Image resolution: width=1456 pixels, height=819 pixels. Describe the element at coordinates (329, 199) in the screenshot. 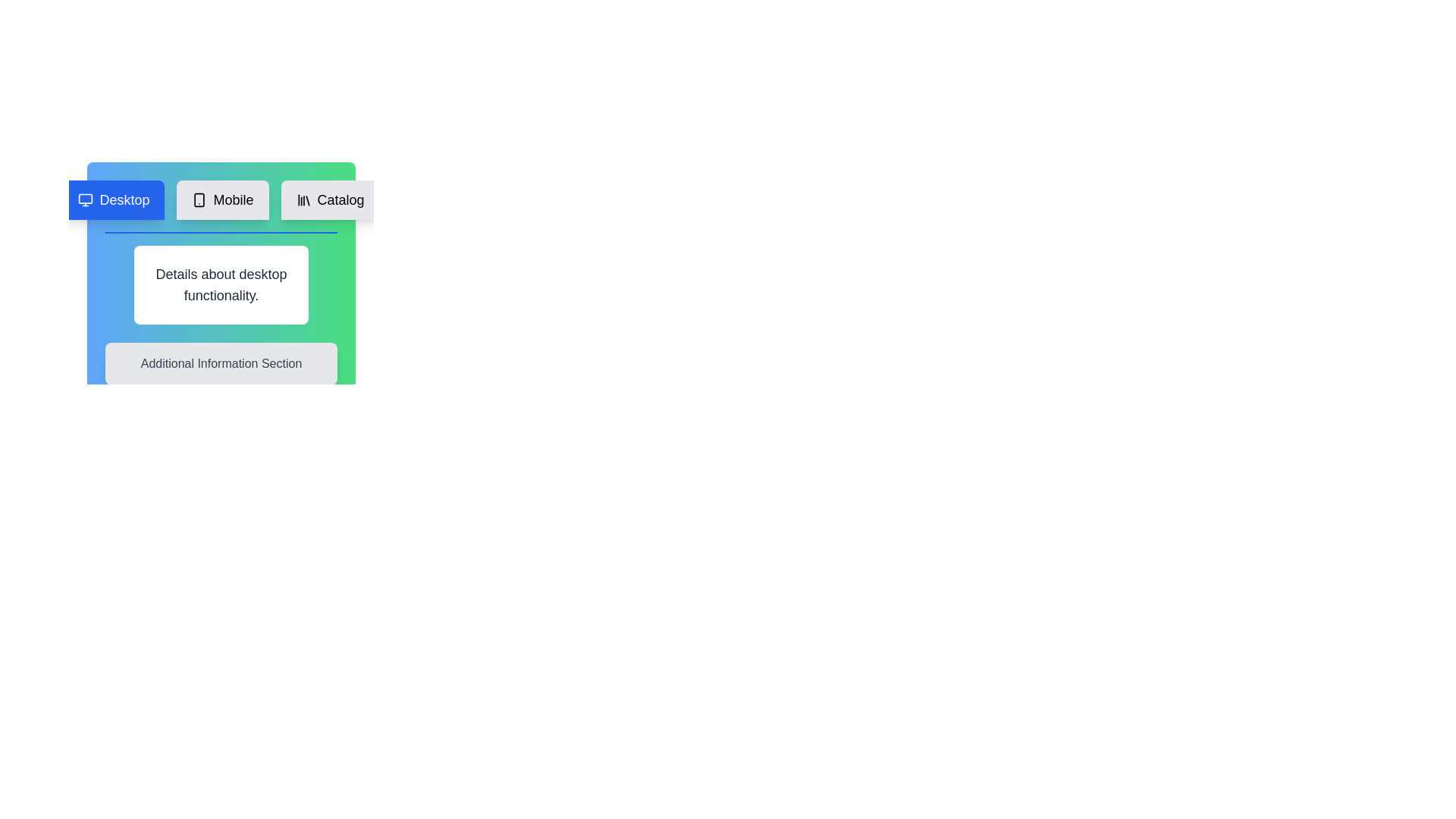

I see `the Catalog tab` at that location.